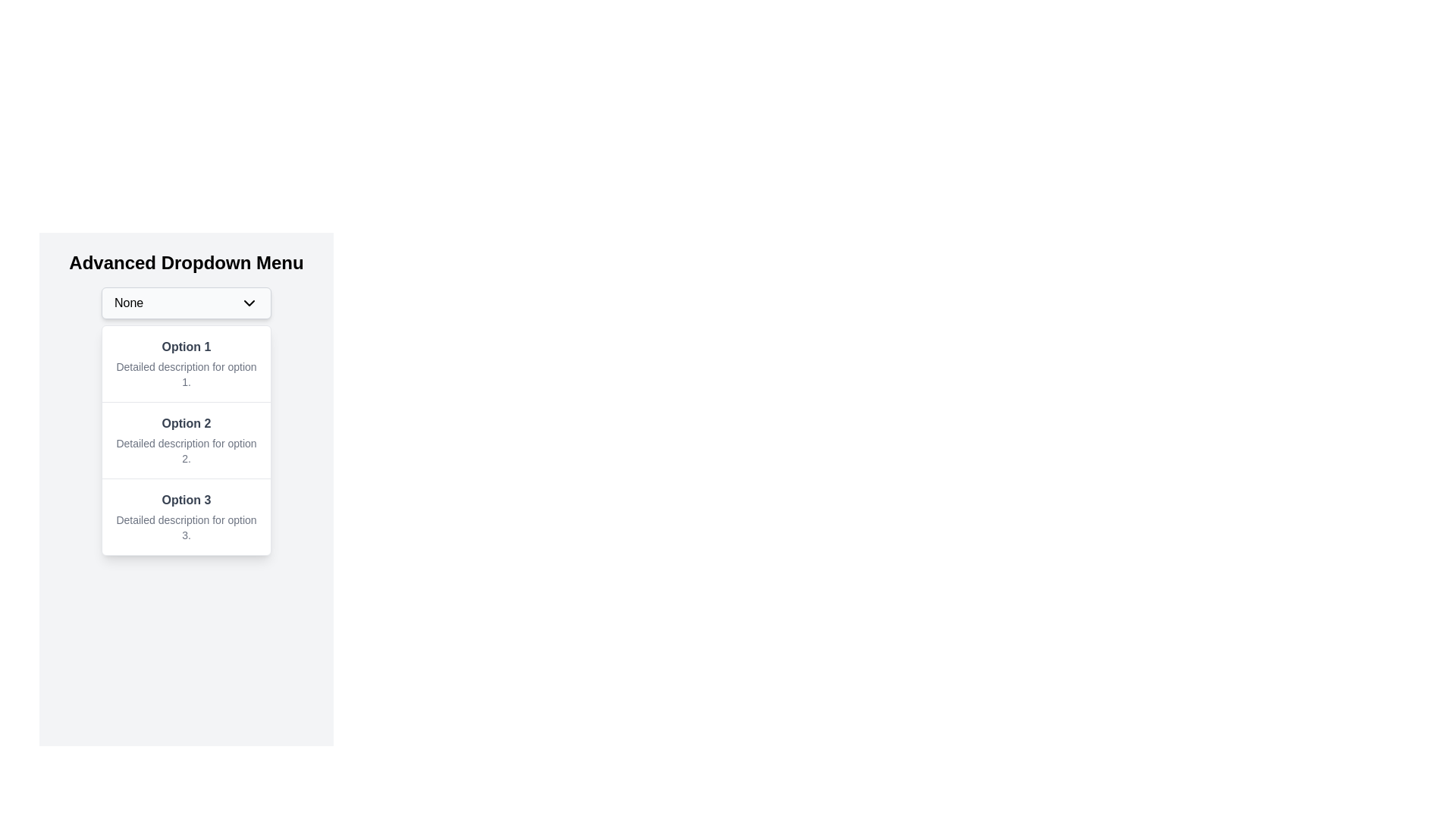 The image size is (1456, 819). Describe the element at coordinates (185, 303) in the screenshot. I see `the dropdown menu labeled 'Advanced Dropdown Menu'` at that location.